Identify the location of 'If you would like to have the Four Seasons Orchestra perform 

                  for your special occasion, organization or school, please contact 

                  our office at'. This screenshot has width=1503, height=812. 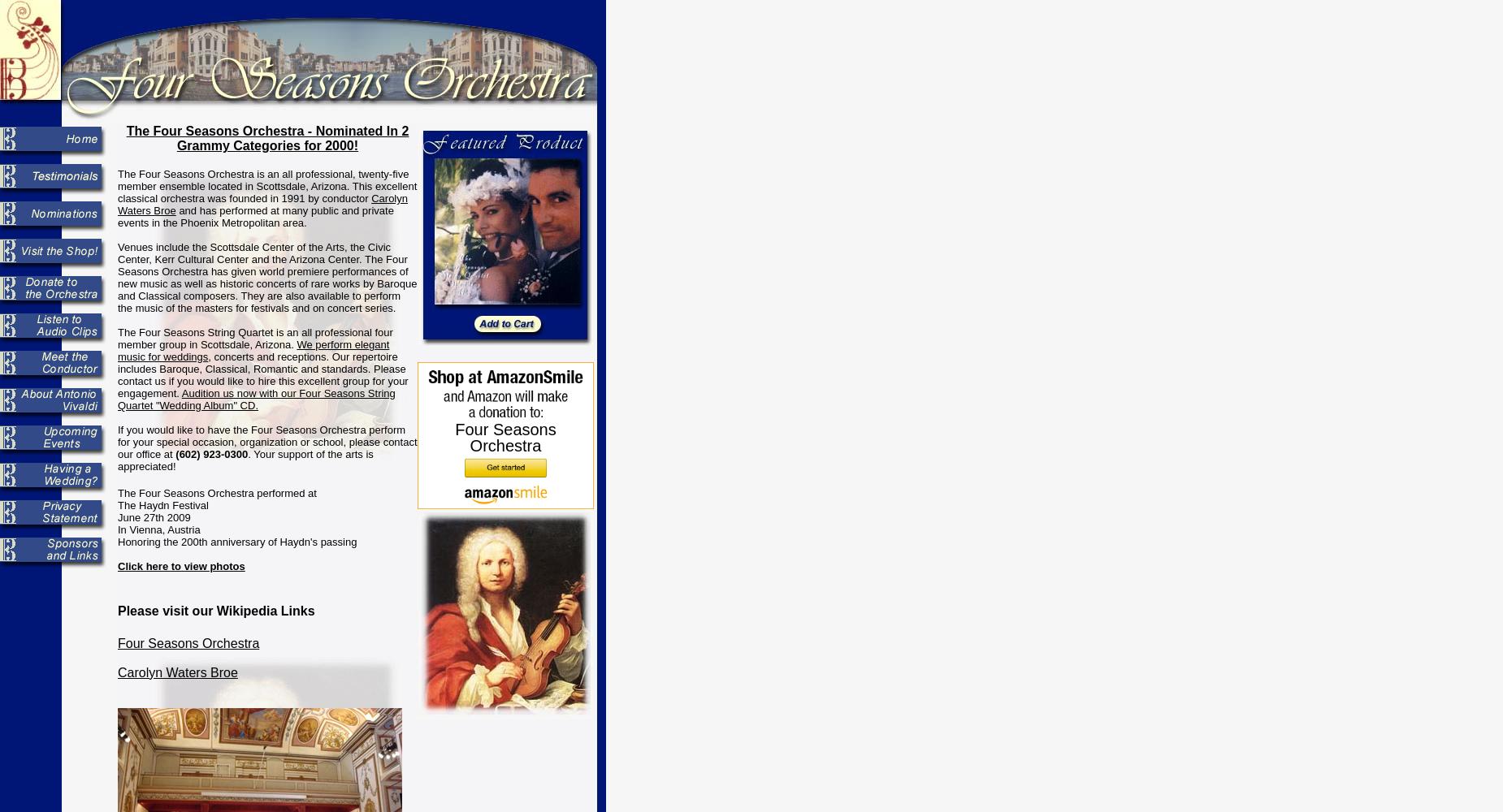
(117, 442).